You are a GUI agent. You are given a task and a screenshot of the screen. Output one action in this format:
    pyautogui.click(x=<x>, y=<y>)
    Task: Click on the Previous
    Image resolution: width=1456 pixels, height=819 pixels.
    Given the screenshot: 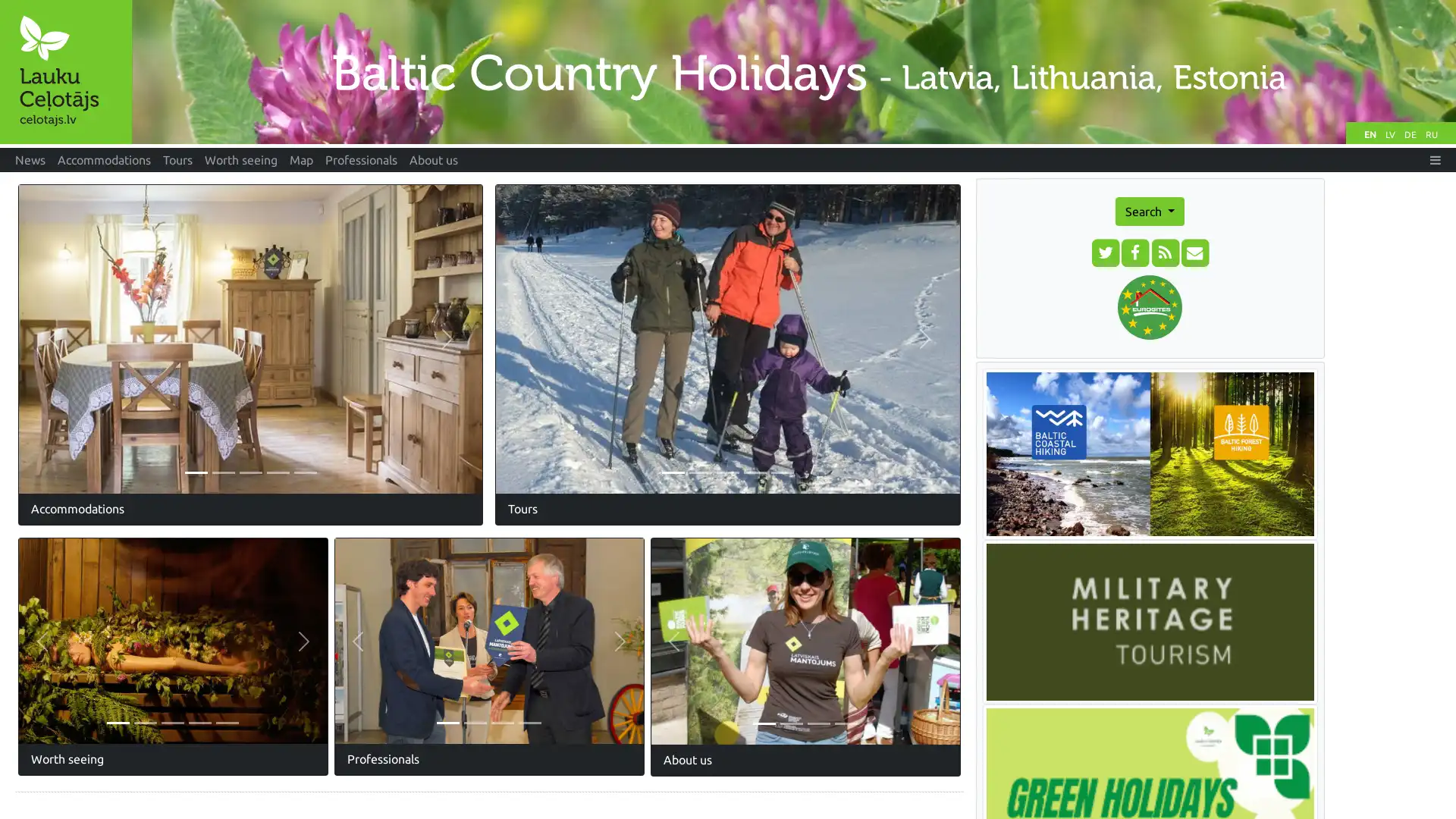 What is the action you would take?
    pyautogui.click(x=356, y=641)
    